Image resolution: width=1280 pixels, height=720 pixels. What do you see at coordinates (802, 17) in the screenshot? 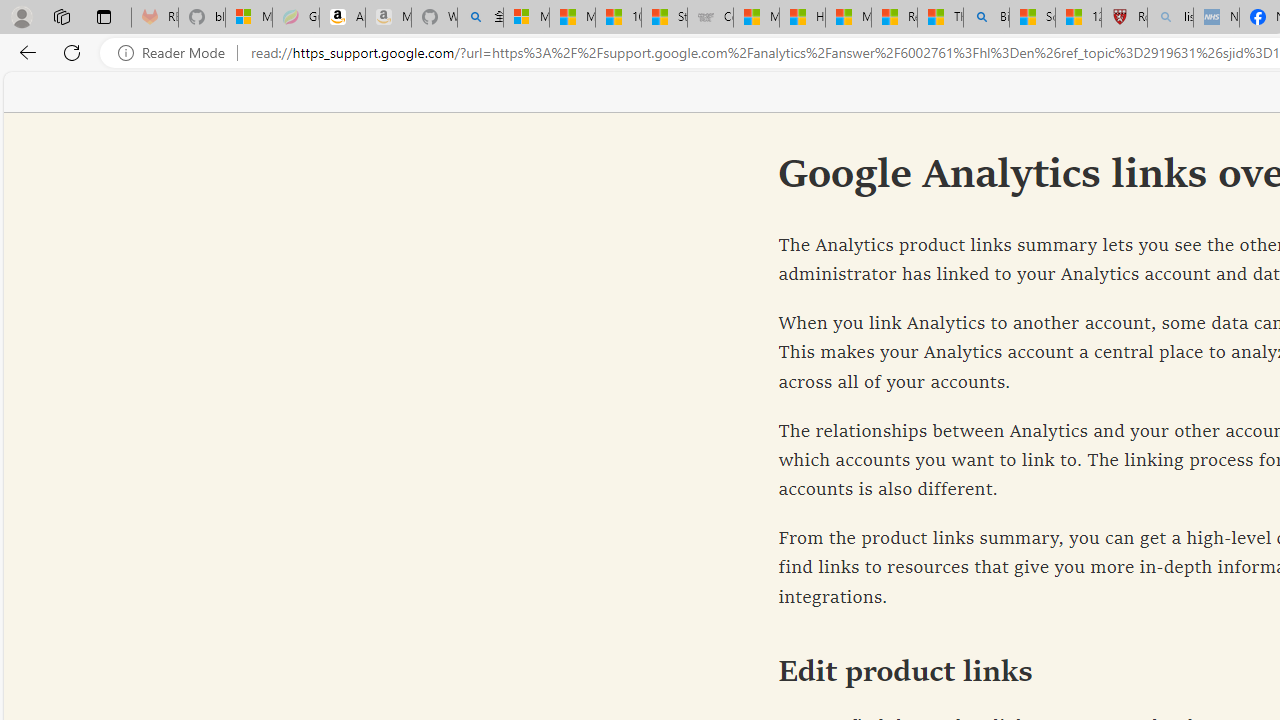
I see `'How I Got Rid of Microsoft Edge'` at bounding box center [802, 17].